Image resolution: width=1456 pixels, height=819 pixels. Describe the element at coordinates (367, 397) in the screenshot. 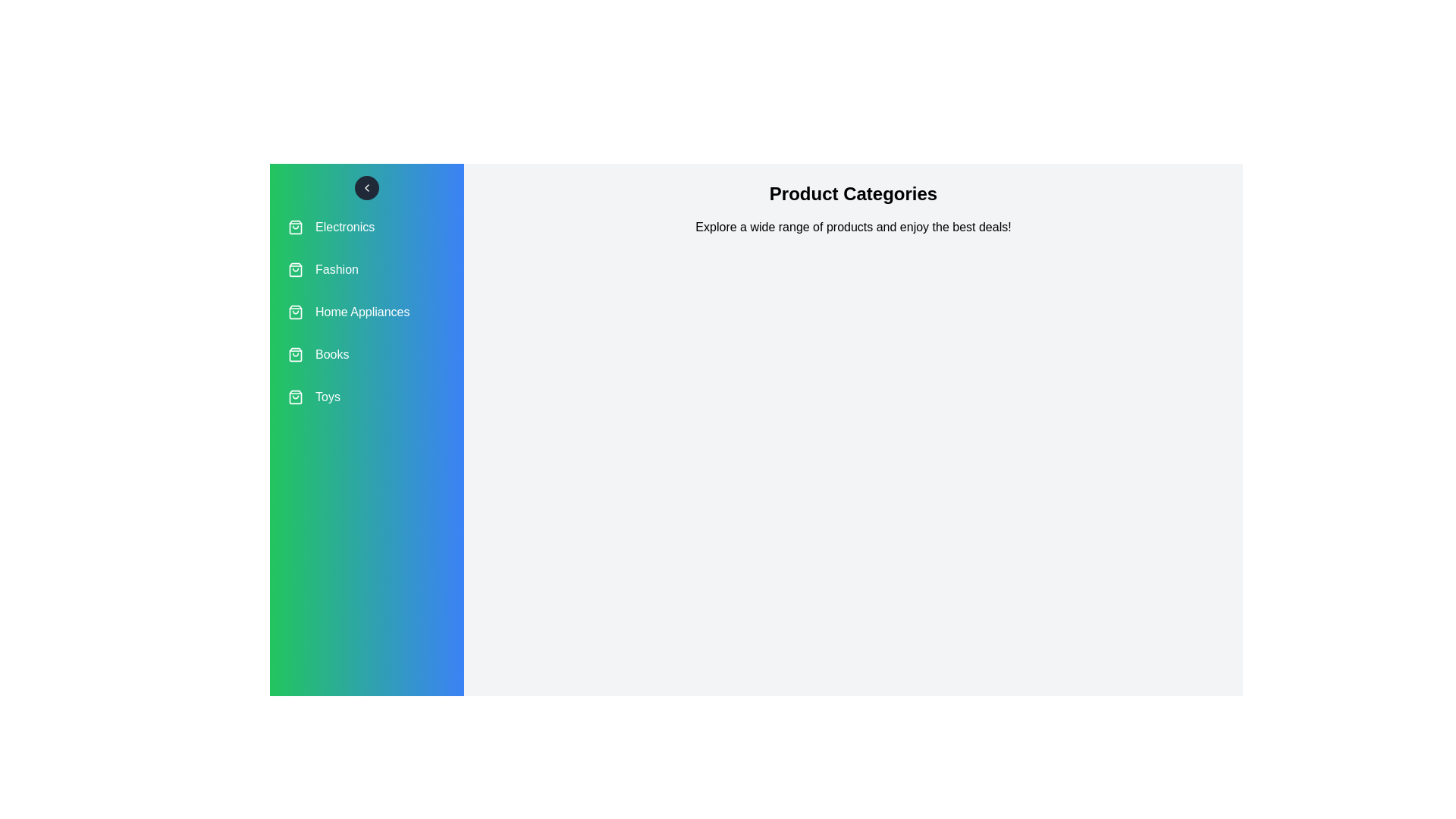

I see `the category Toys` at that location.